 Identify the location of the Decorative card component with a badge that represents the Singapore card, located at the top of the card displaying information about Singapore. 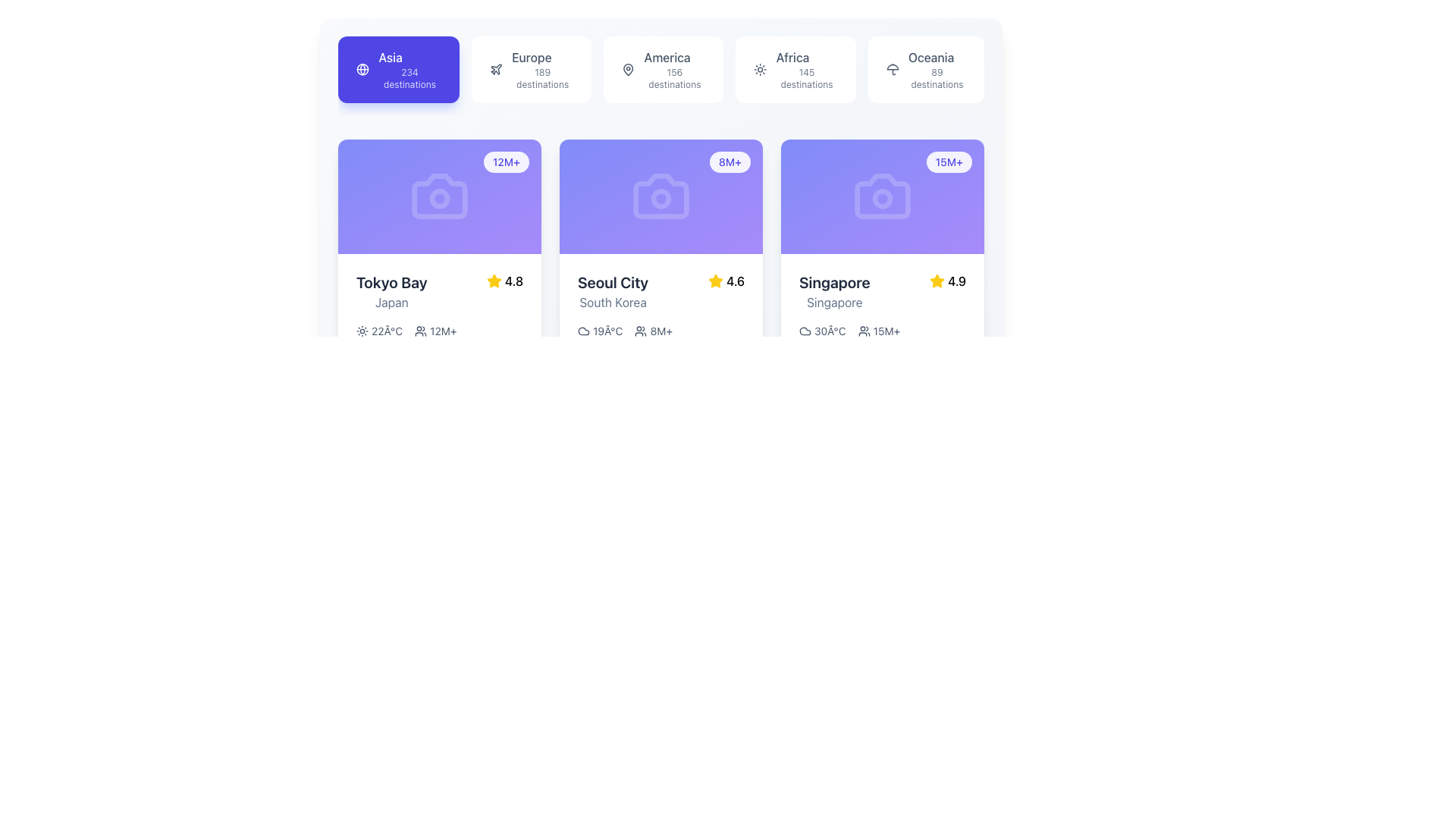
(882, 195).